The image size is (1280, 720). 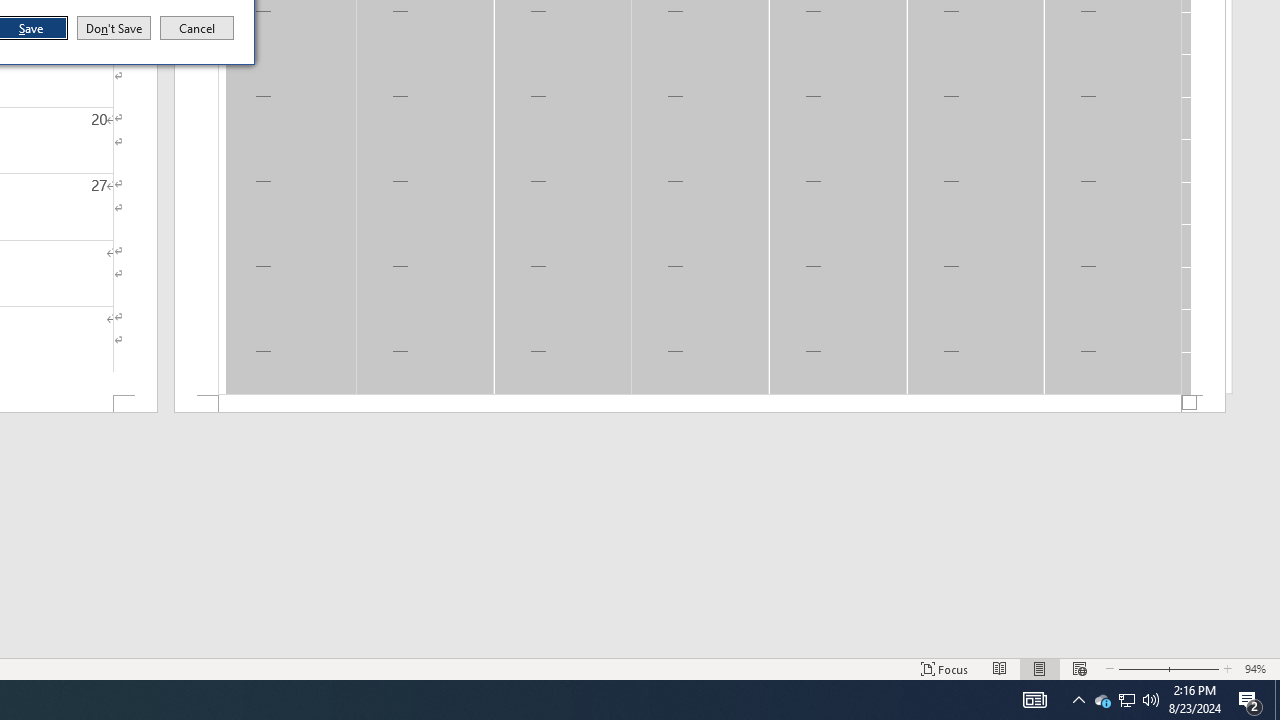 What do you see at coordinates (197, 28) in the screenshot?
I see `'Cancel'` at bounding box center [197, 28].